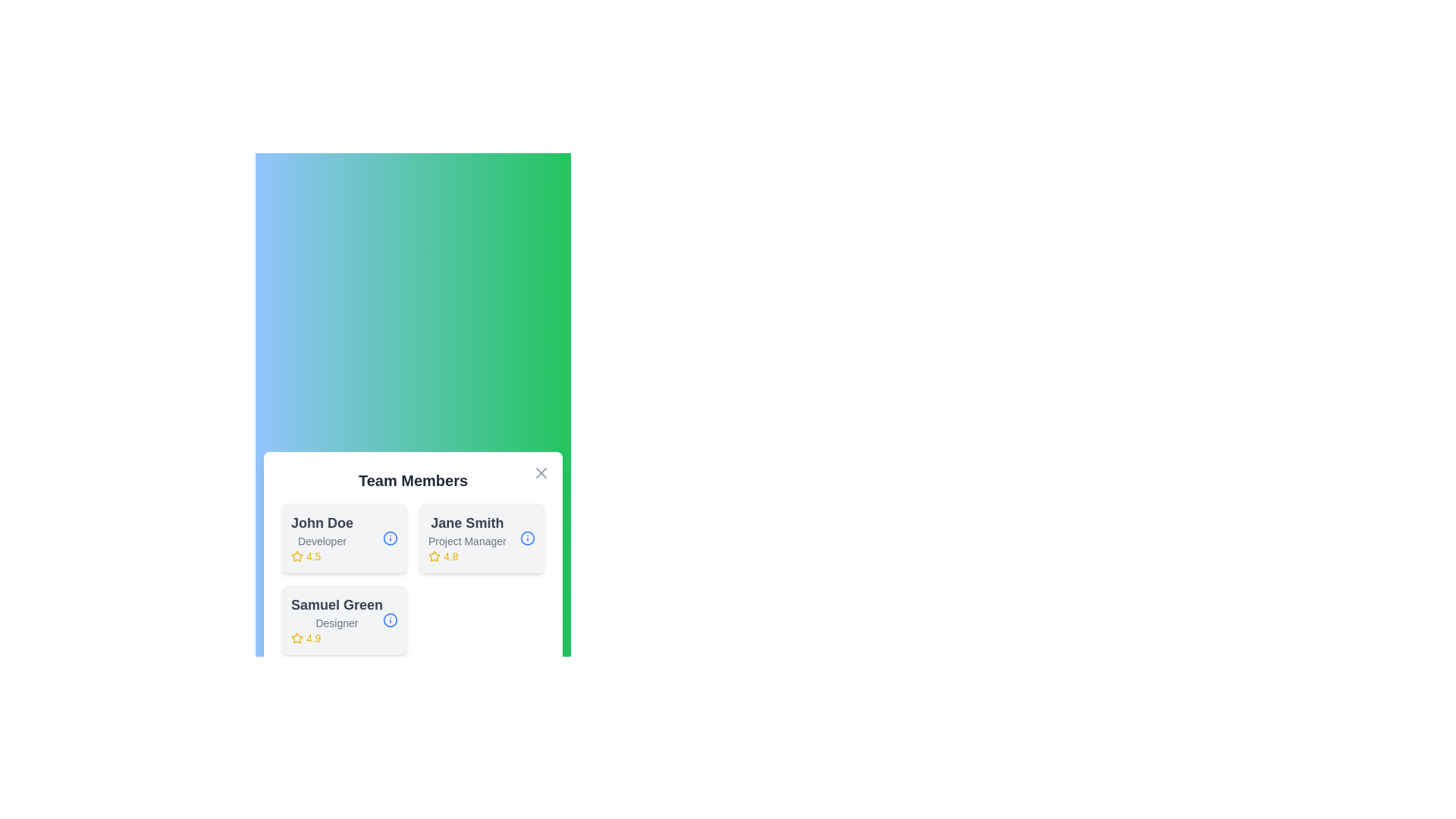 The image size is (1456, 819). Describe the element at coordinates (344, 620) in the screenshot. I see `the profile card of Samuel Green` at that location.